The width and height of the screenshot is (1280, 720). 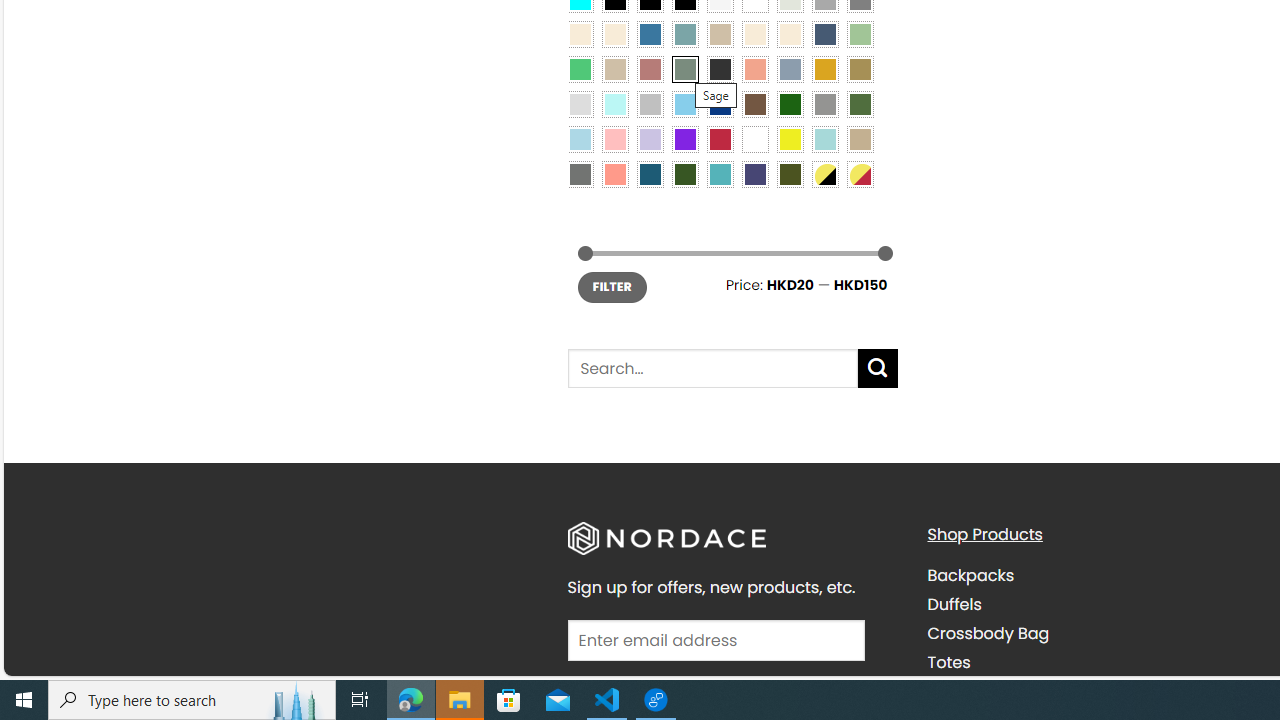 I want to click on 'Yellow', so click(x=788, y=137).